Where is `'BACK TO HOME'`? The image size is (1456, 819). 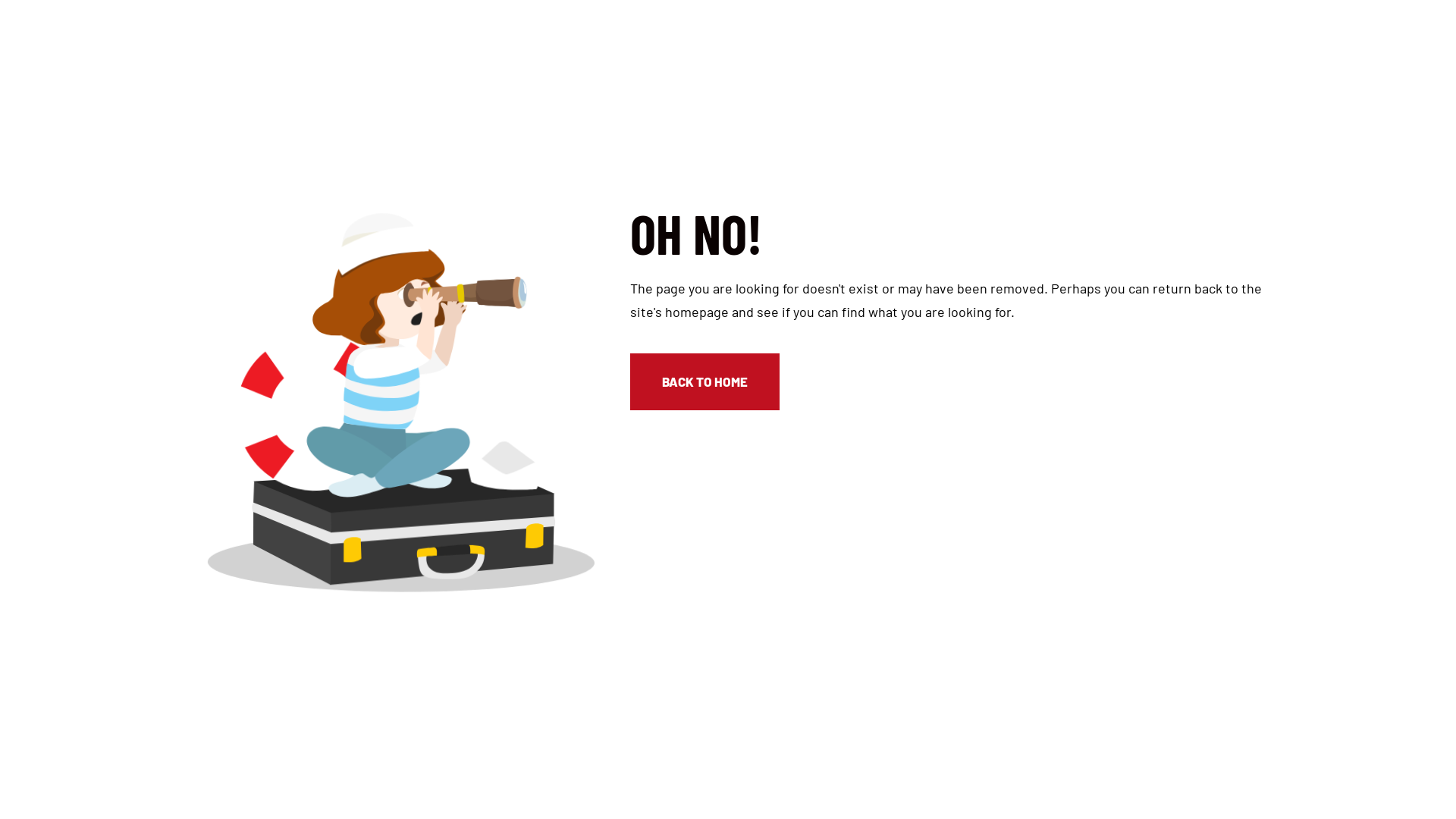 'BACK TO HOME' is located at coordinates (704, 380).